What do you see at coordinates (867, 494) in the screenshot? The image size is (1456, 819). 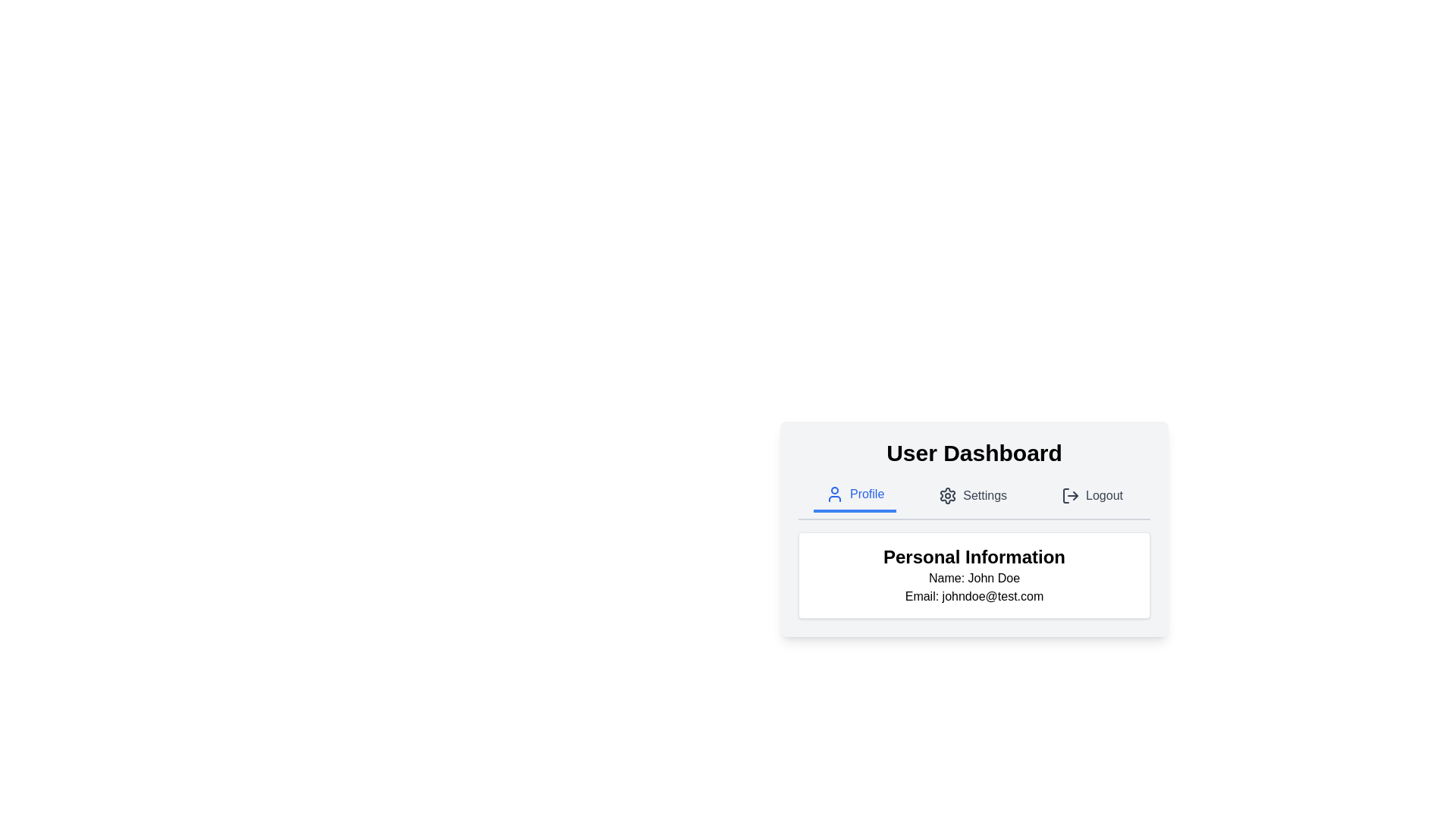 I see `the 'Profile' label in the navigation bar` at bounding box center [867, 494].